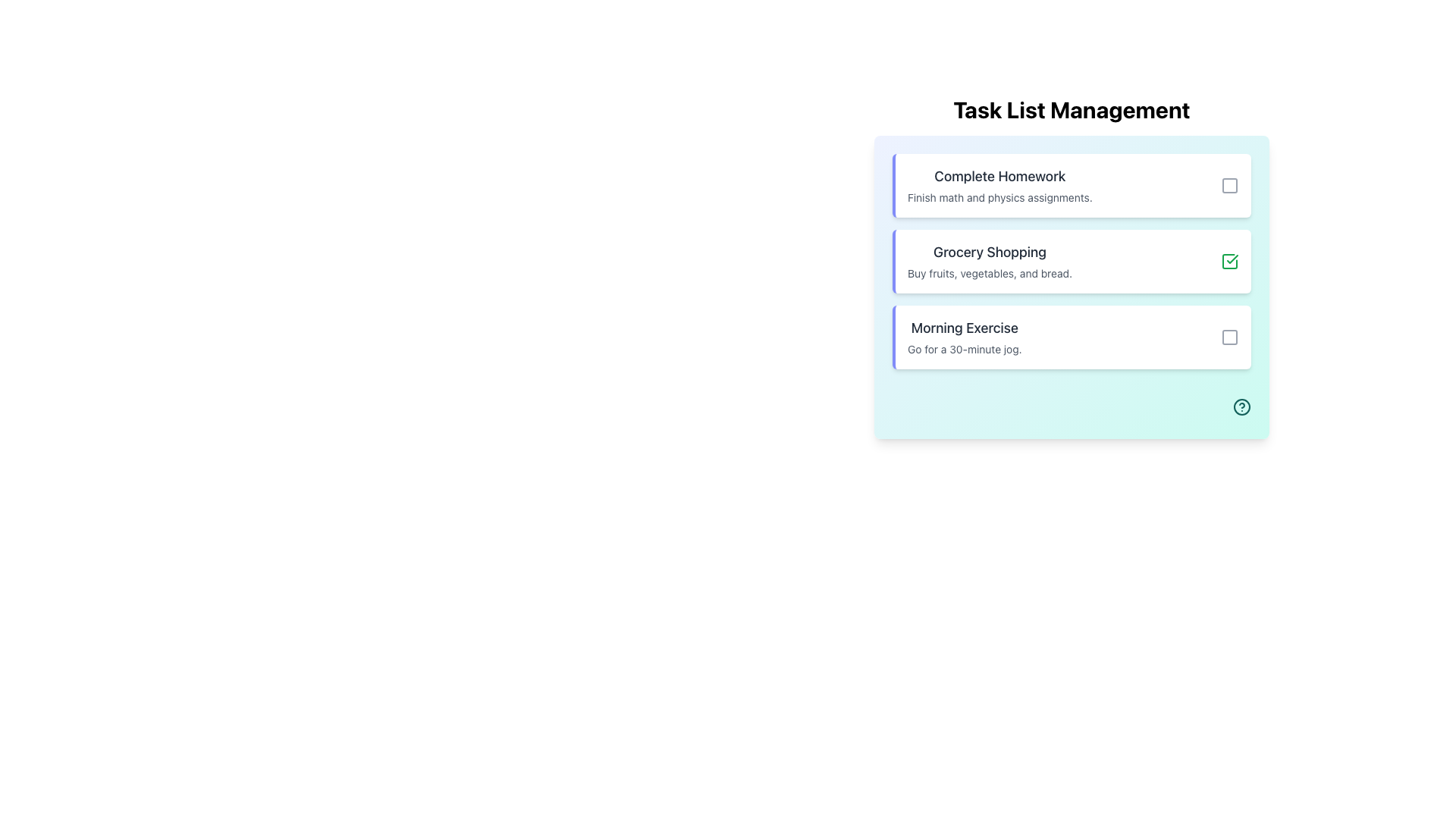 Image resolution: width=1456 pixels, height=819 pixels. I want to click on the text display element that informs the user about the 'Complete Homework' task, which includes a heading and description about finishing math and physics assignments, so click(999, 185).